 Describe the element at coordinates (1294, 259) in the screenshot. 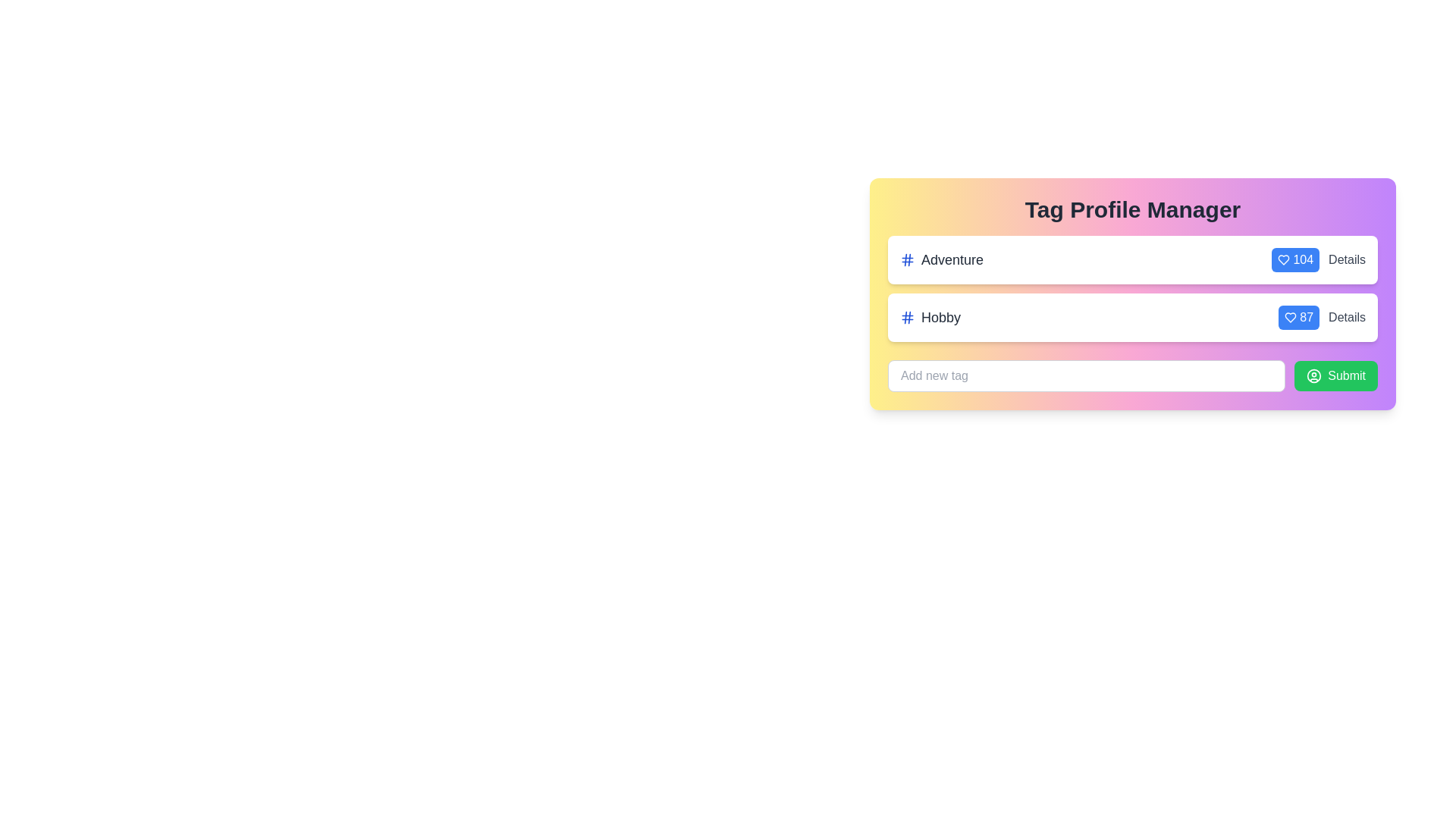

I see `the button indicating the number of likes associated with the Adventure tag, located in the third row of the profile management panel, to the right of 'Adventure' and left of 'Details'` at that location.